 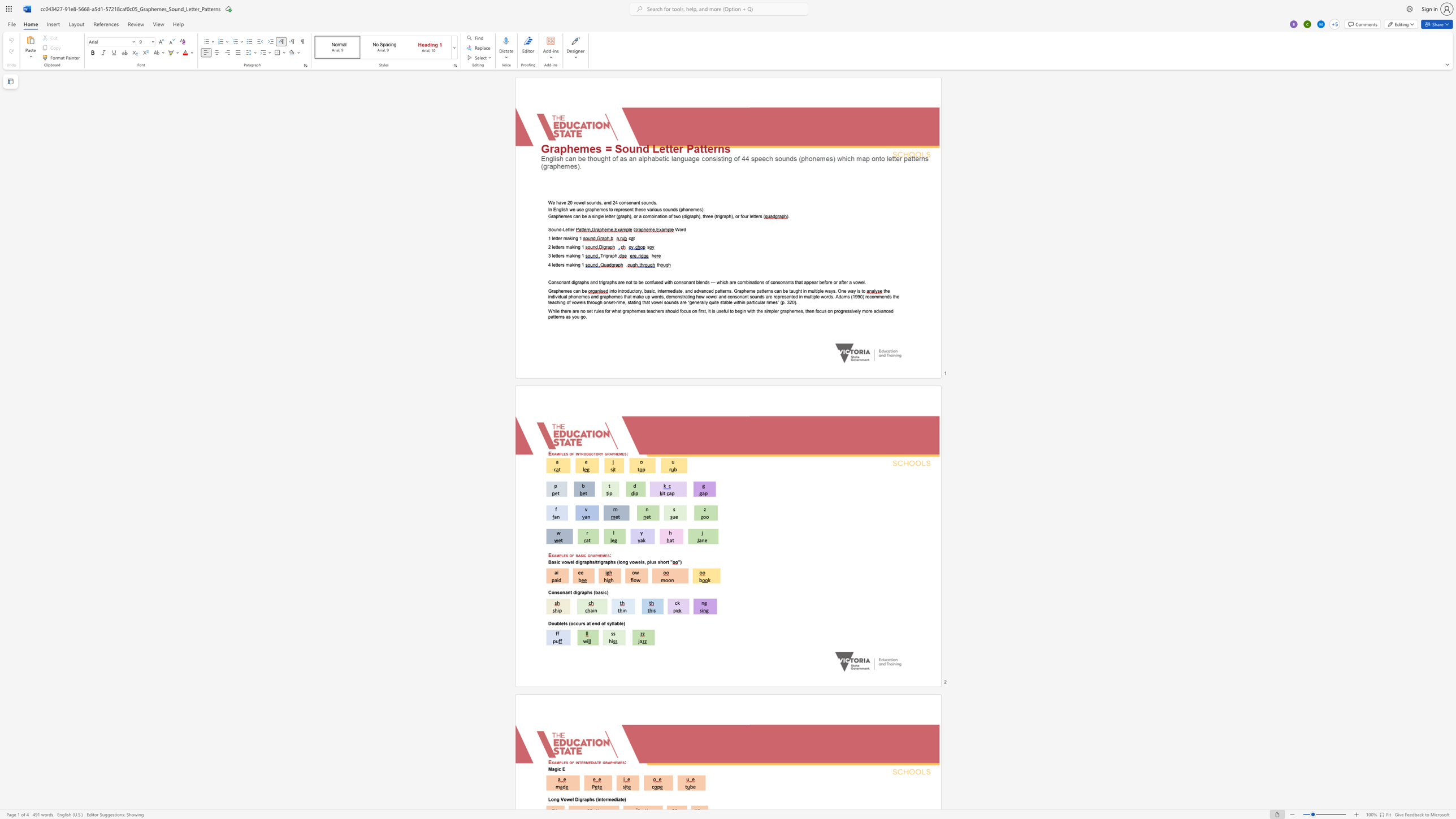 What do you see at coordinates (649, 311) in the screenshot?
I see `the 9th character "e" in the text` at bounding box center [649, 311].